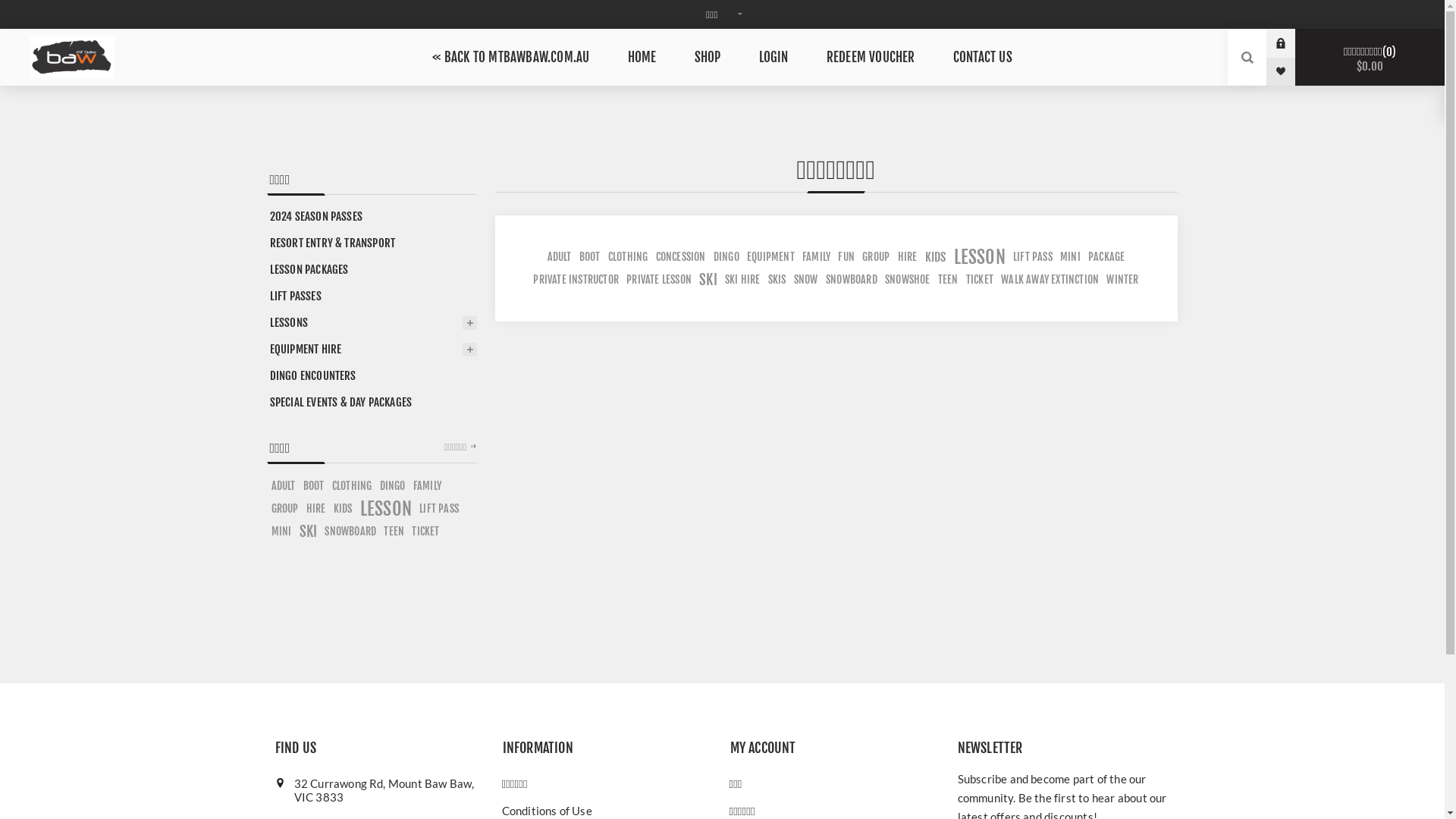 The height and width of the screenshot is (819, 1456). Describe the element at coordinates (315, 509) in the screenshot. I see `'HIRE'` at that location.